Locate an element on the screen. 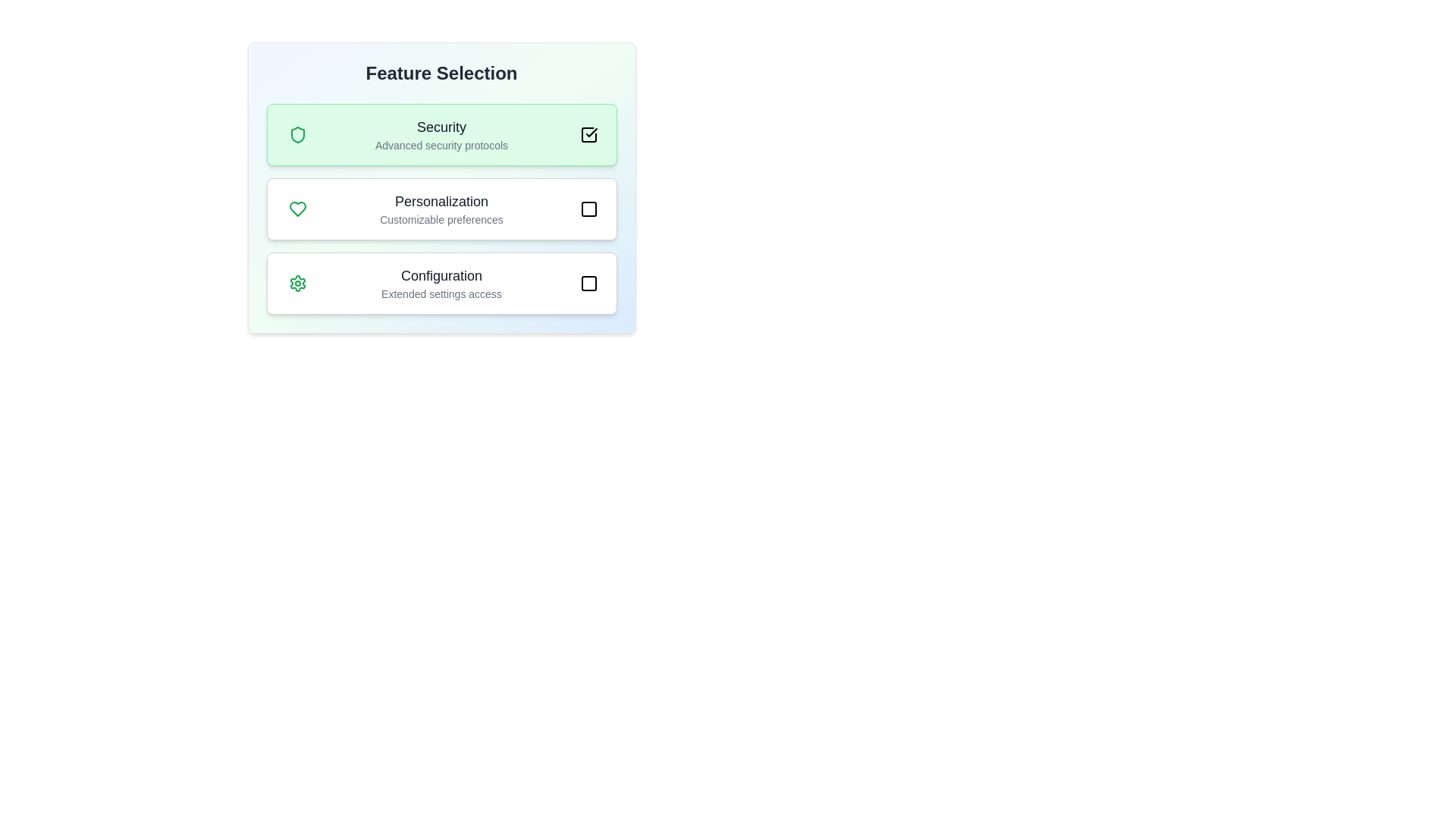 Image resolution: width=1456 pixels, height=819 pixels. the static informational block representing a feature selection option located under 'Feature Selection', positioned between 'Security' and 'Configuration' is located at coordinates (441, 187).